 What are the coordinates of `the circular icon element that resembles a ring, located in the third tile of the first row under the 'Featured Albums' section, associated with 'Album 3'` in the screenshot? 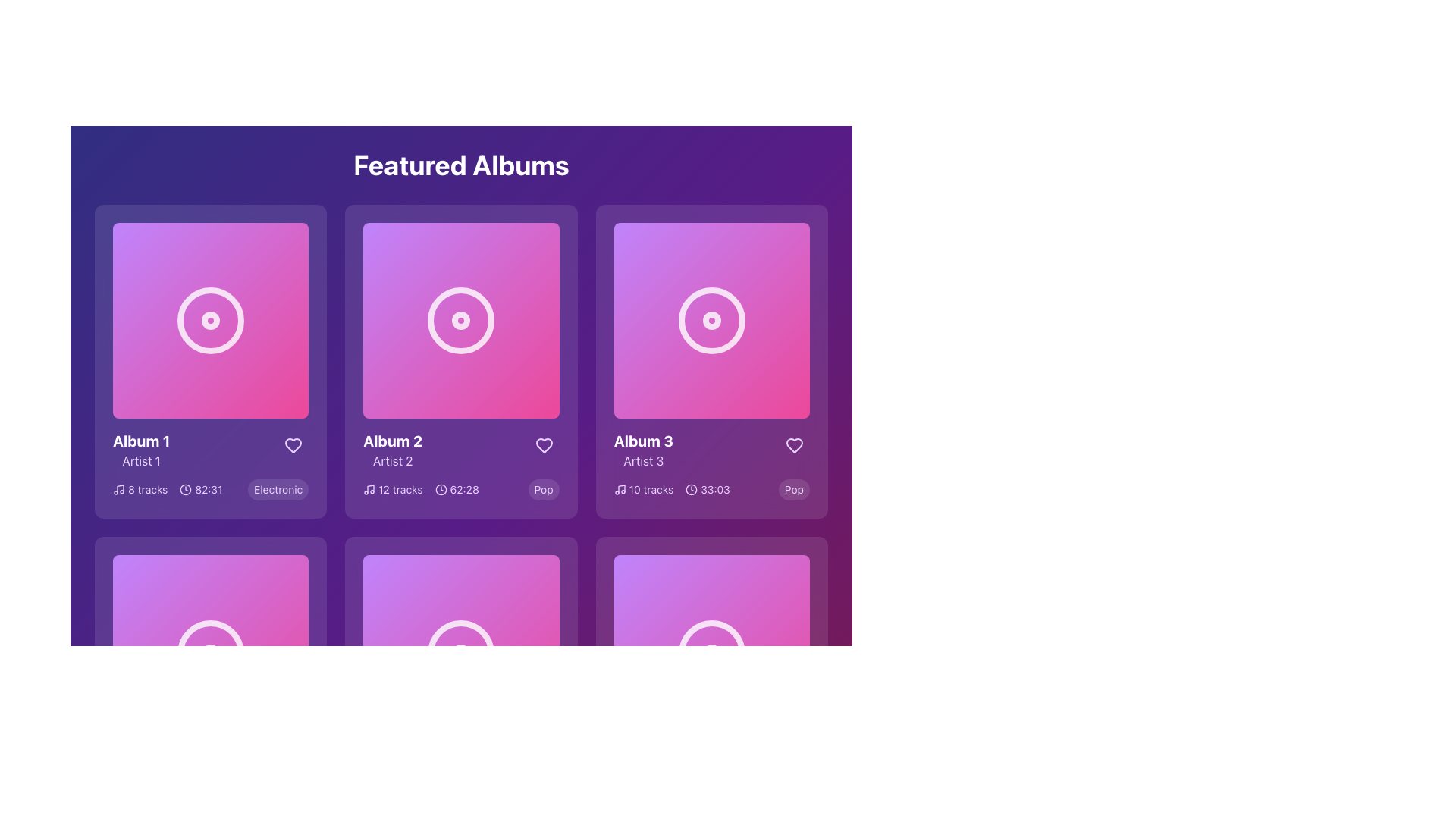 It's located at (711, 320).